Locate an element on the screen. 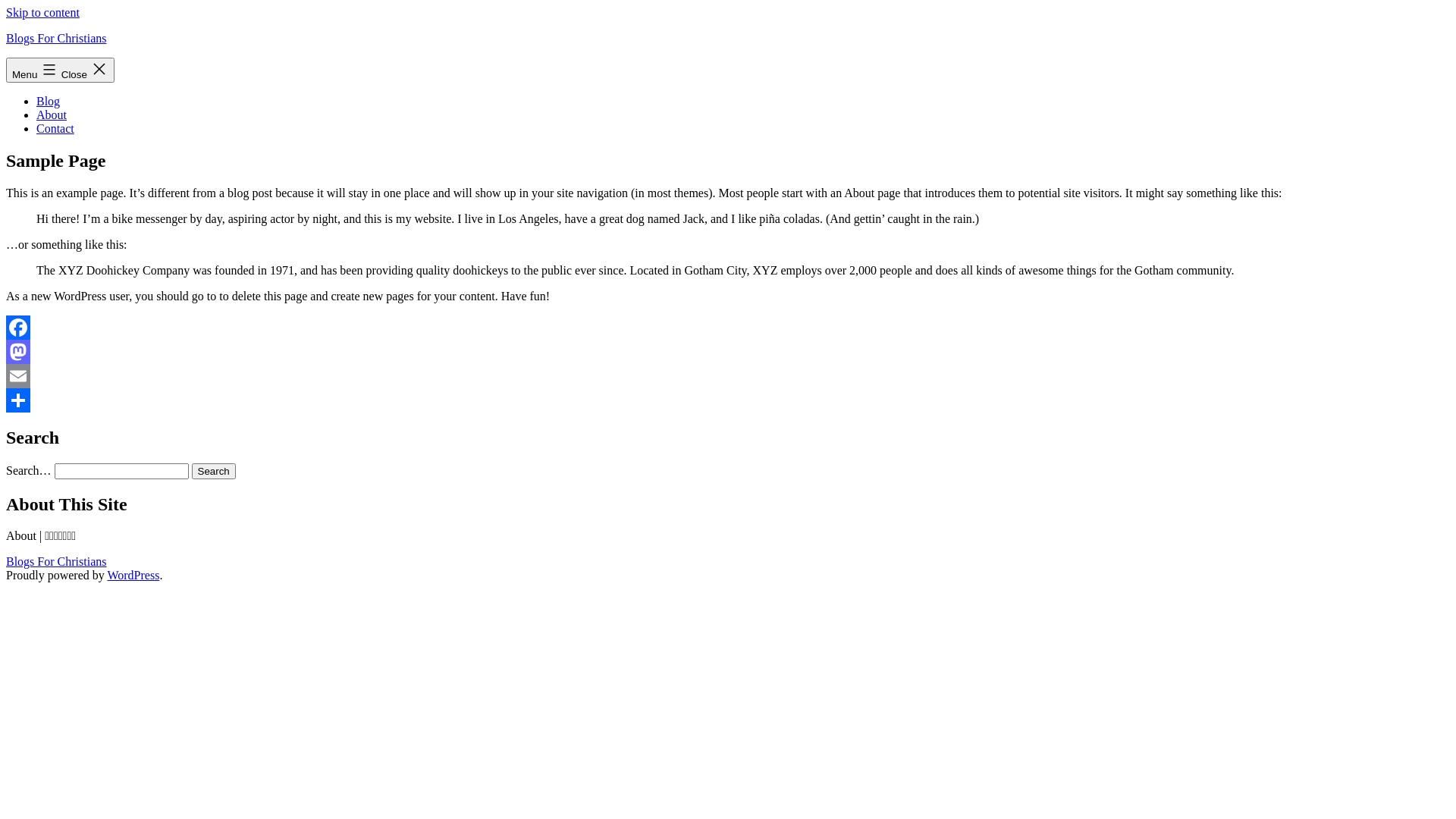 This screenshot has height=819, width=1456. 'Skip to content' is located at coordinates (42, 12).